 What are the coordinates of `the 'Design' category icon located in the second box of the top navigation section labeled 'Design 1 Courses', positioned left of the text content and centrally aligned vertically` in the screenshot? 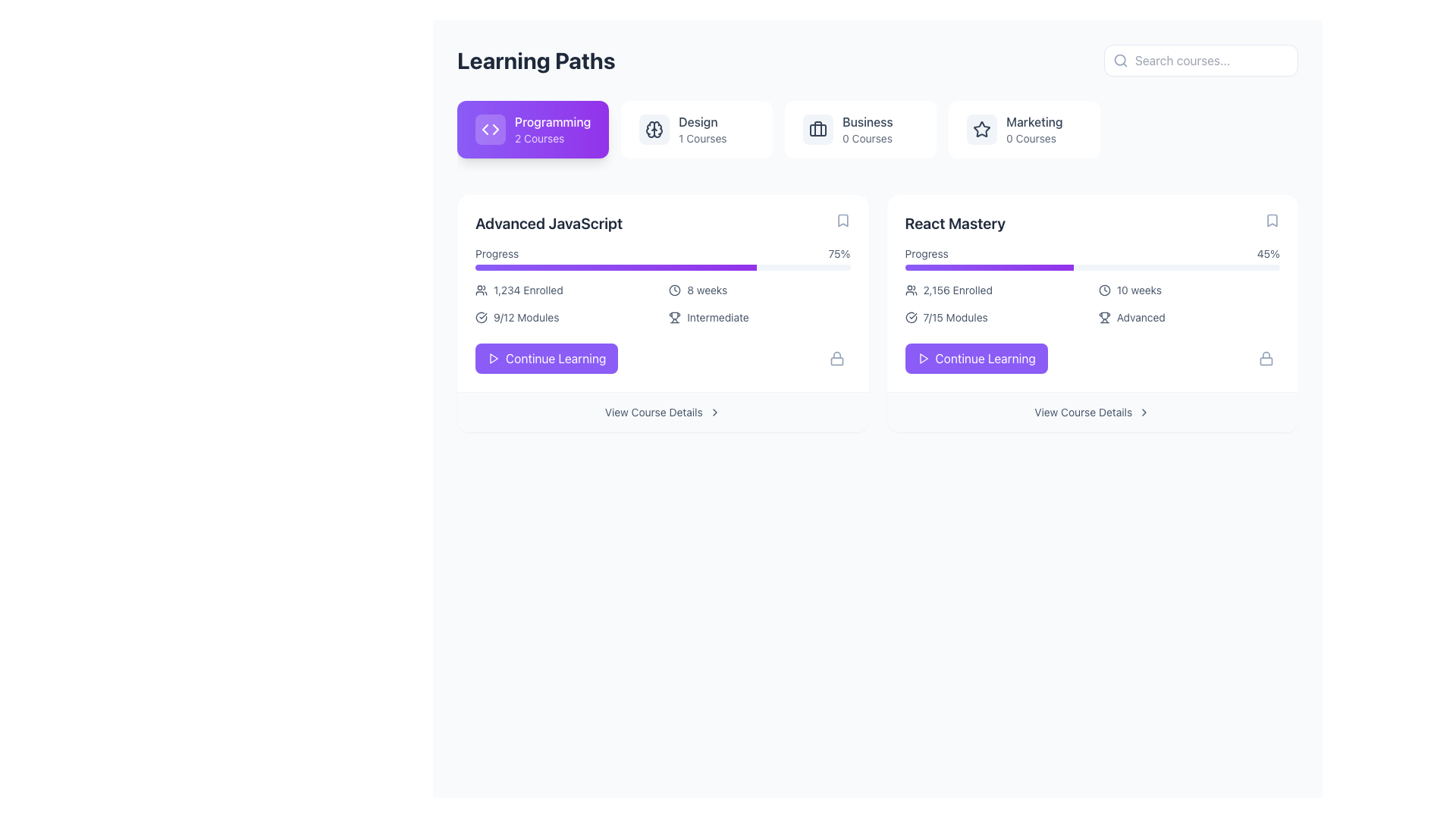 It's located at (654, 128).